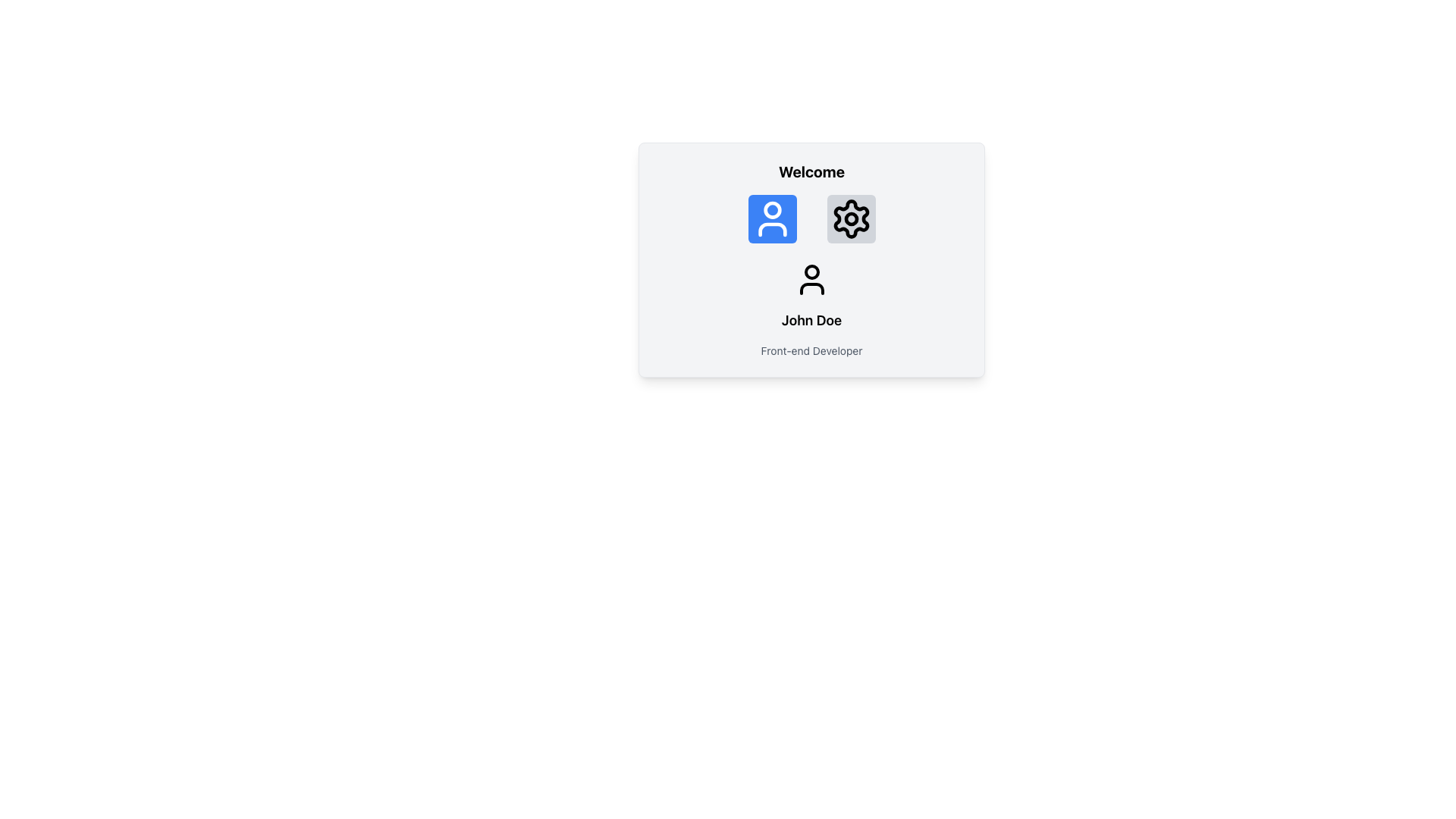 This screenshot has height=819, width=1456. I want to click on the user profile icon, which is a square button with rounded edges and a bright blue background containing a white silhouette of a user, so click(772, 219).